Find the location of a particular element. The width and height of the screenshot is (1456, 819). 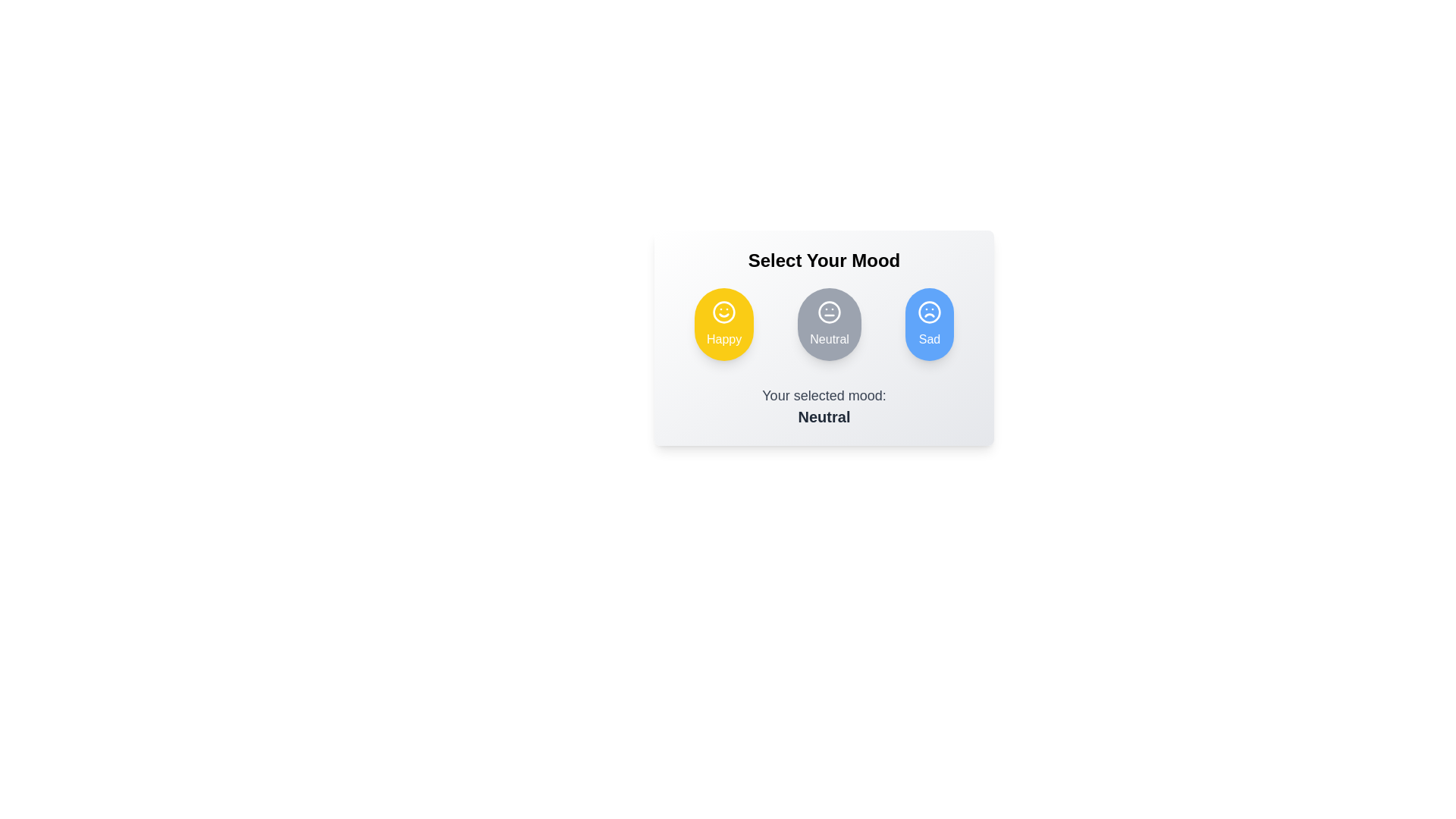

text label for the 'Sad' mood option, which is located at the bottom of the blue circular mood indicator and is the rightmost option in the horizontal alignment of mood descriptions is located at coordinates (928, 338).